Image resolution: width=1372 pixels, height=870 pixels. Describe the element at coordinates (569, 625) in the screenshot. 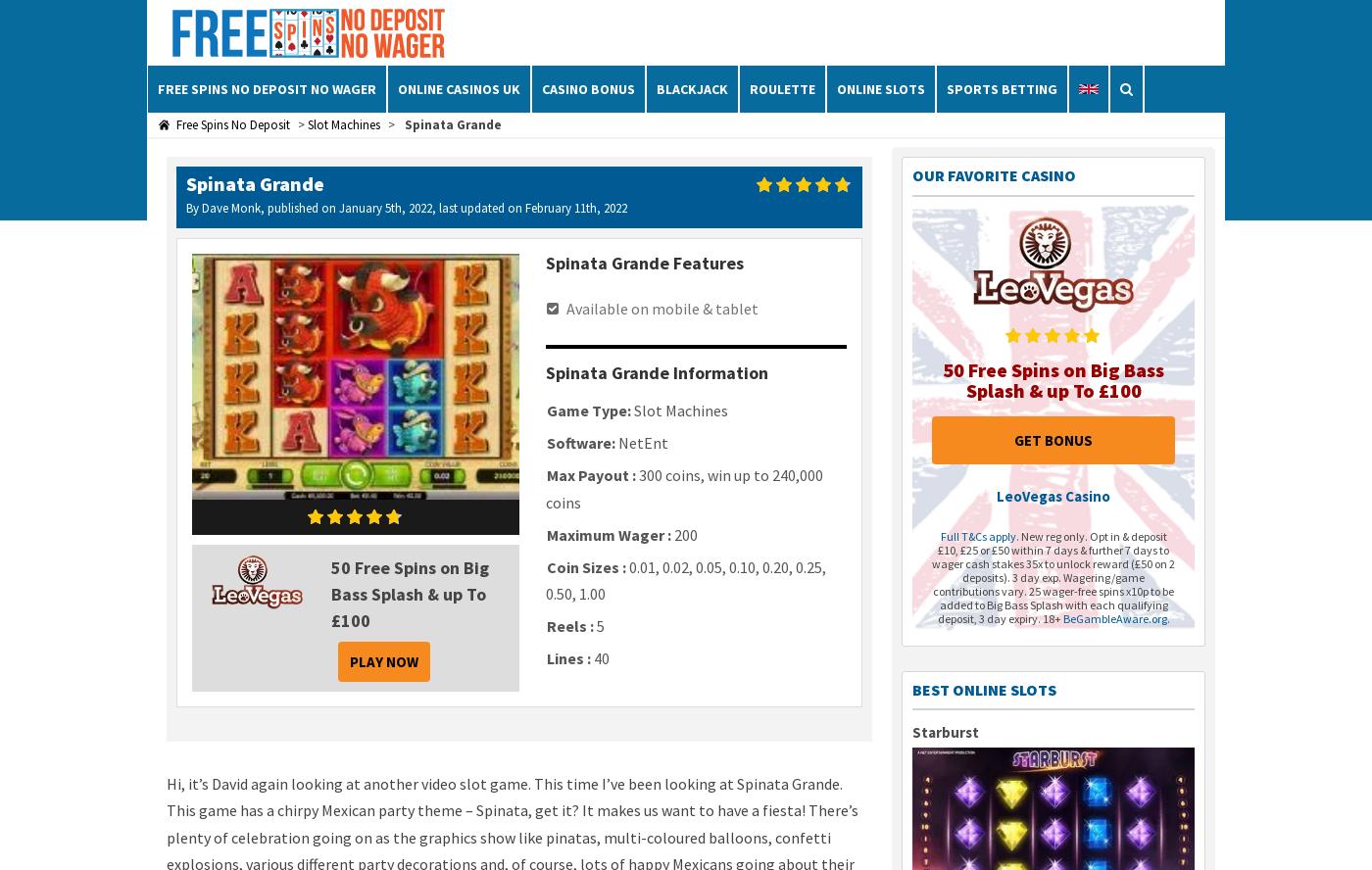

I see `'Reels :'` at that location.